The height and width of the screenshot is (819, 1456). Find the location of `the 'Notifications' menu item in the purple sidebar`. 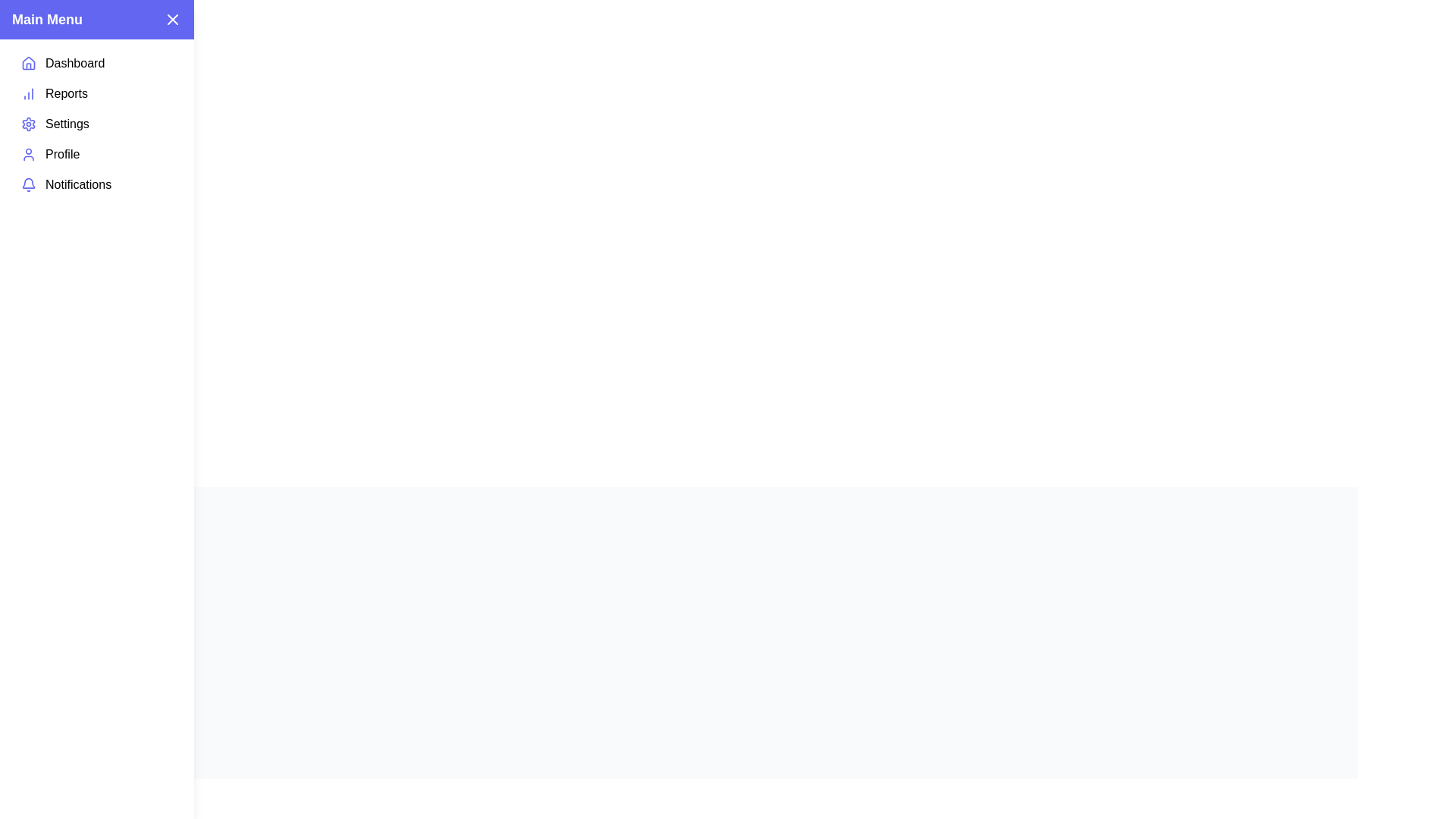

the 'Notifications' menu item in the purple sidebar is located at coordinates (96, 184).